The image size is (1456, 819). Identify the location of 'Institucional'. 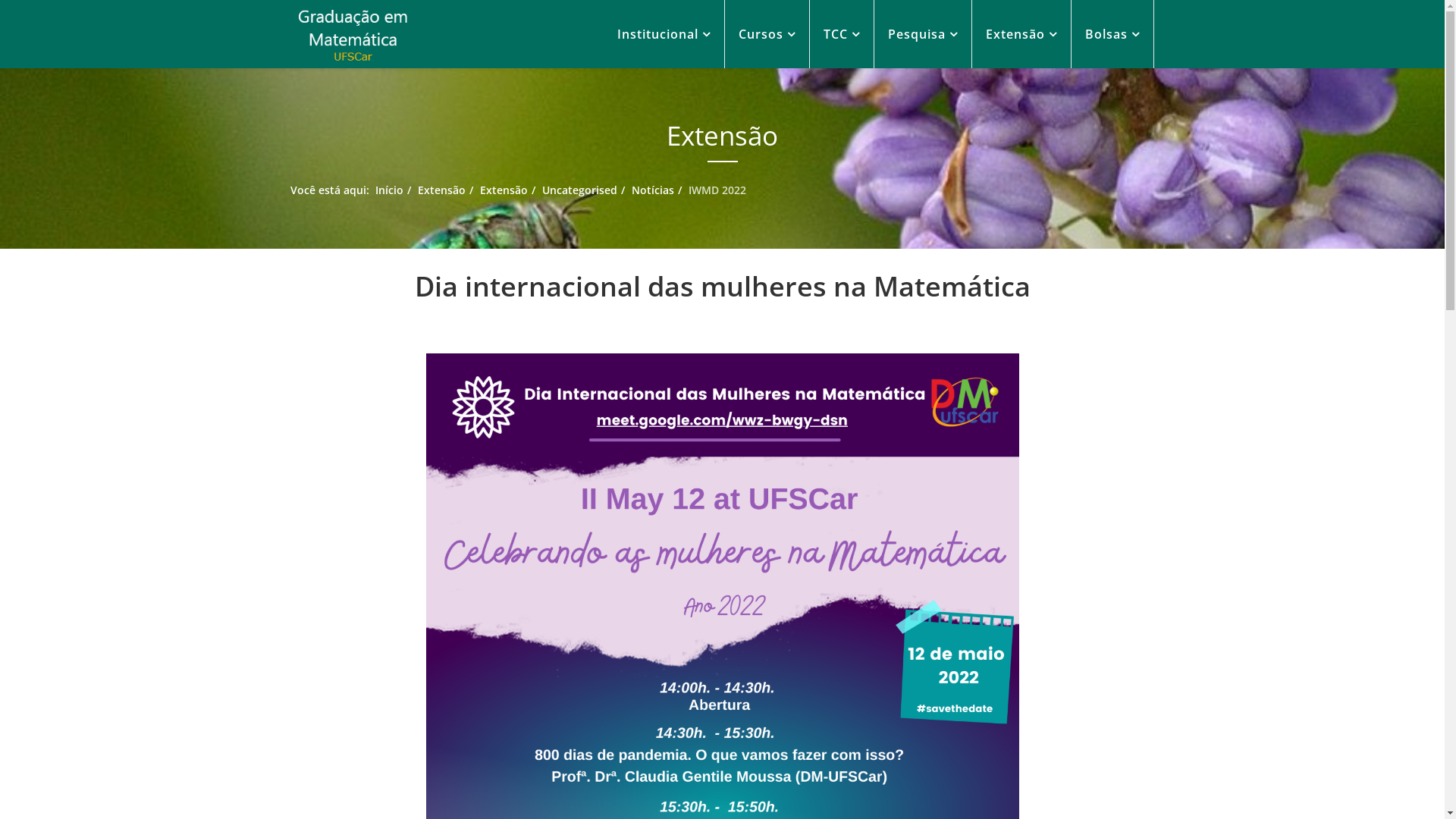
(664, 34).